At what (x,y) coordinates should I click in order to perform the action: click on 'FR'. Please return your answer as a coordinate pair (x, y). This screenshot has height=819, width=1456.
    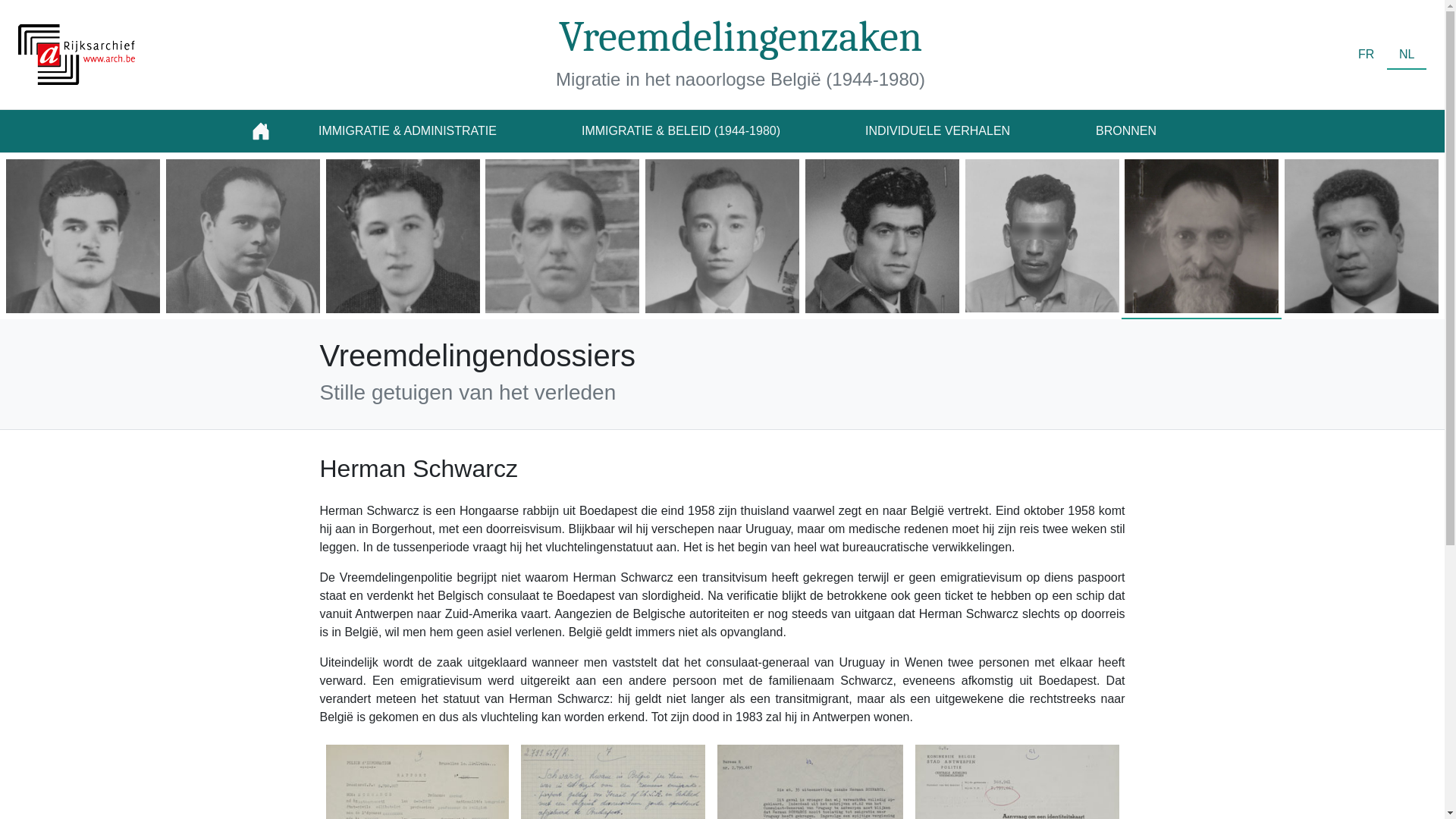
    Looking at the image, I should click on (1366, 54).